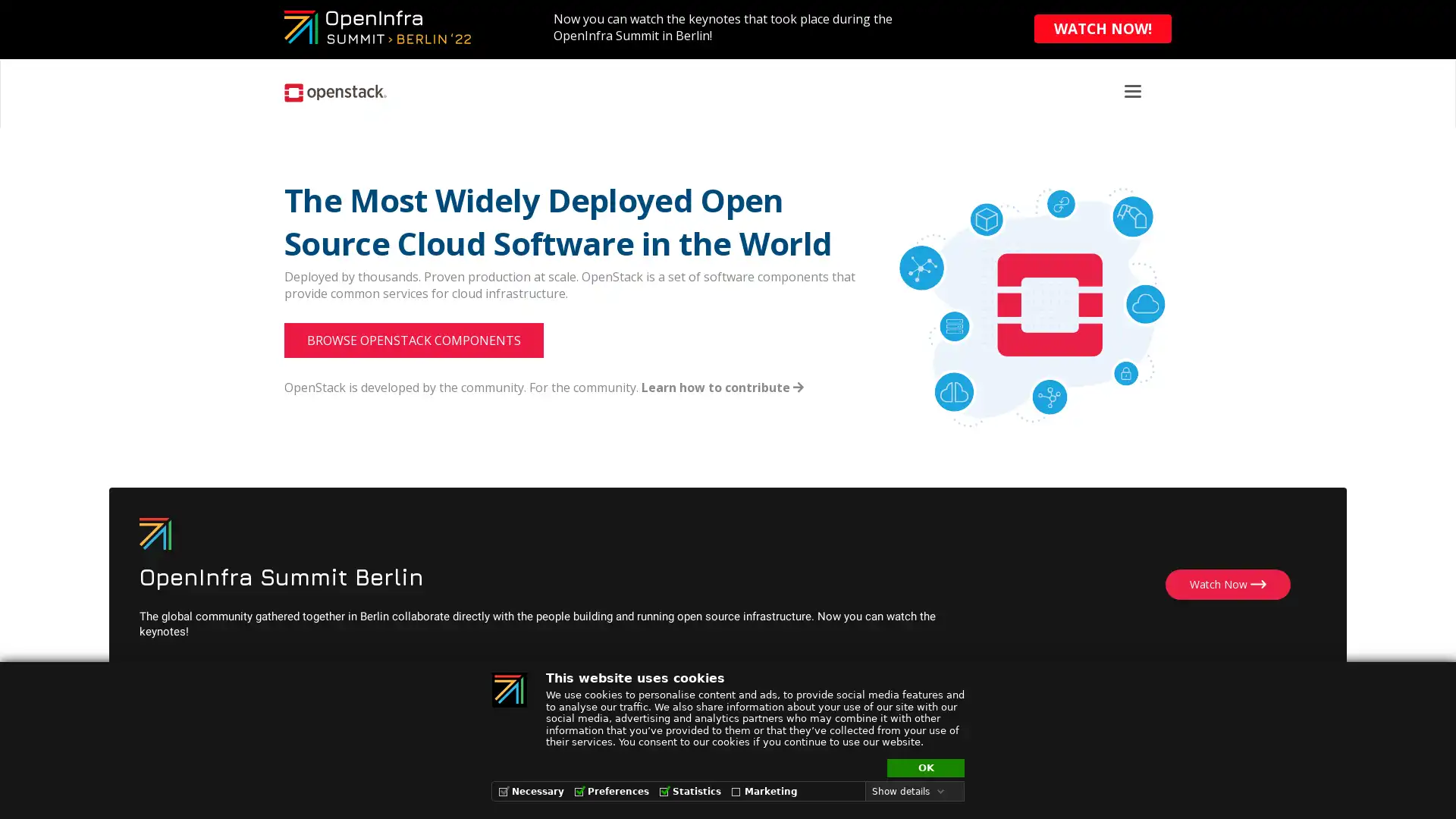 This screenshot has width=1456, height=819. Describe the element at coordinates (1132, 91) in the screenshot. I see `Toggle navigation` at that location.